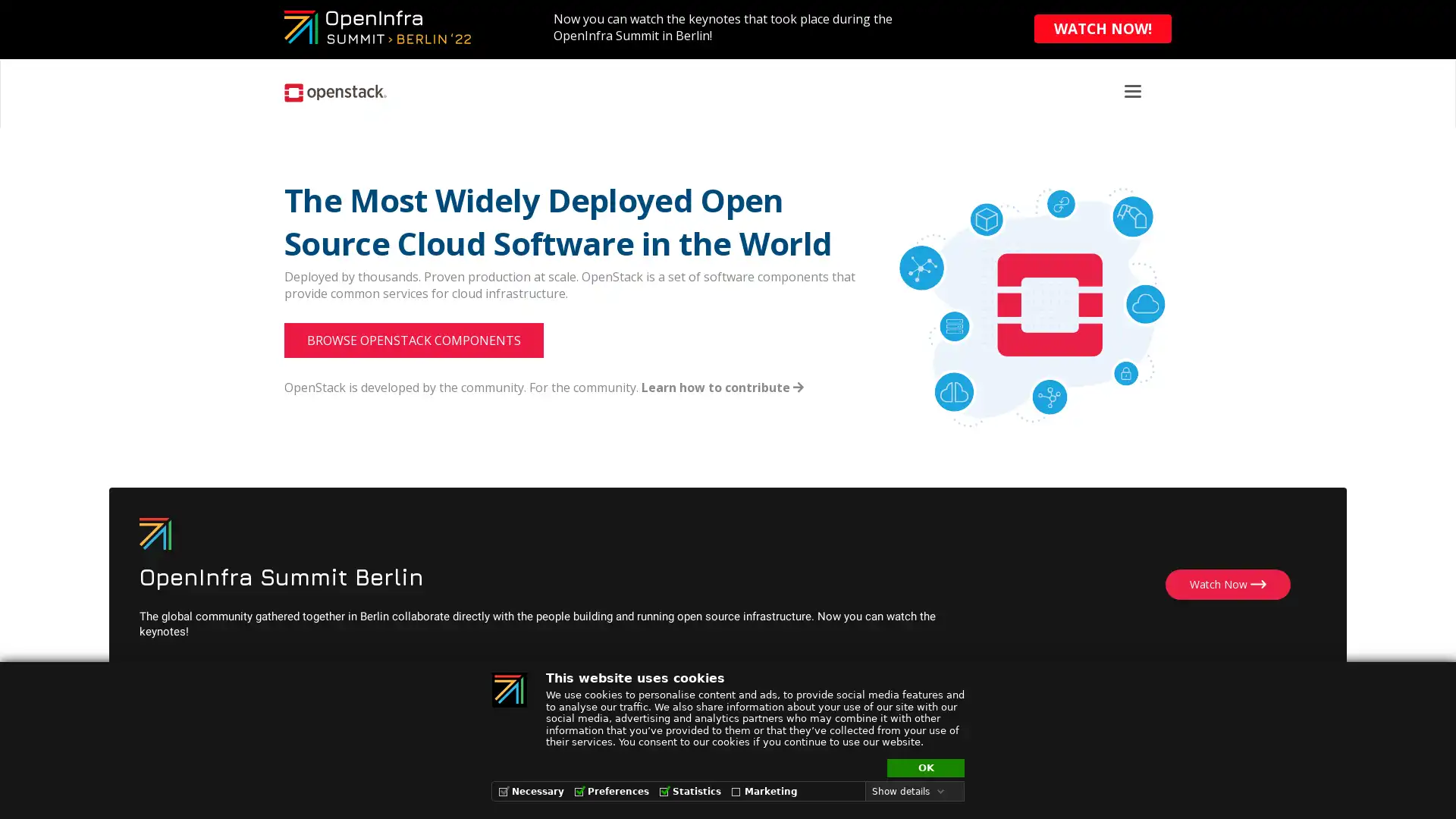 This screenshot has width=1456, height=819. Describe the element at coordinates (1132, 91) in the screenshot. I see `Toggle navigation` at that location.